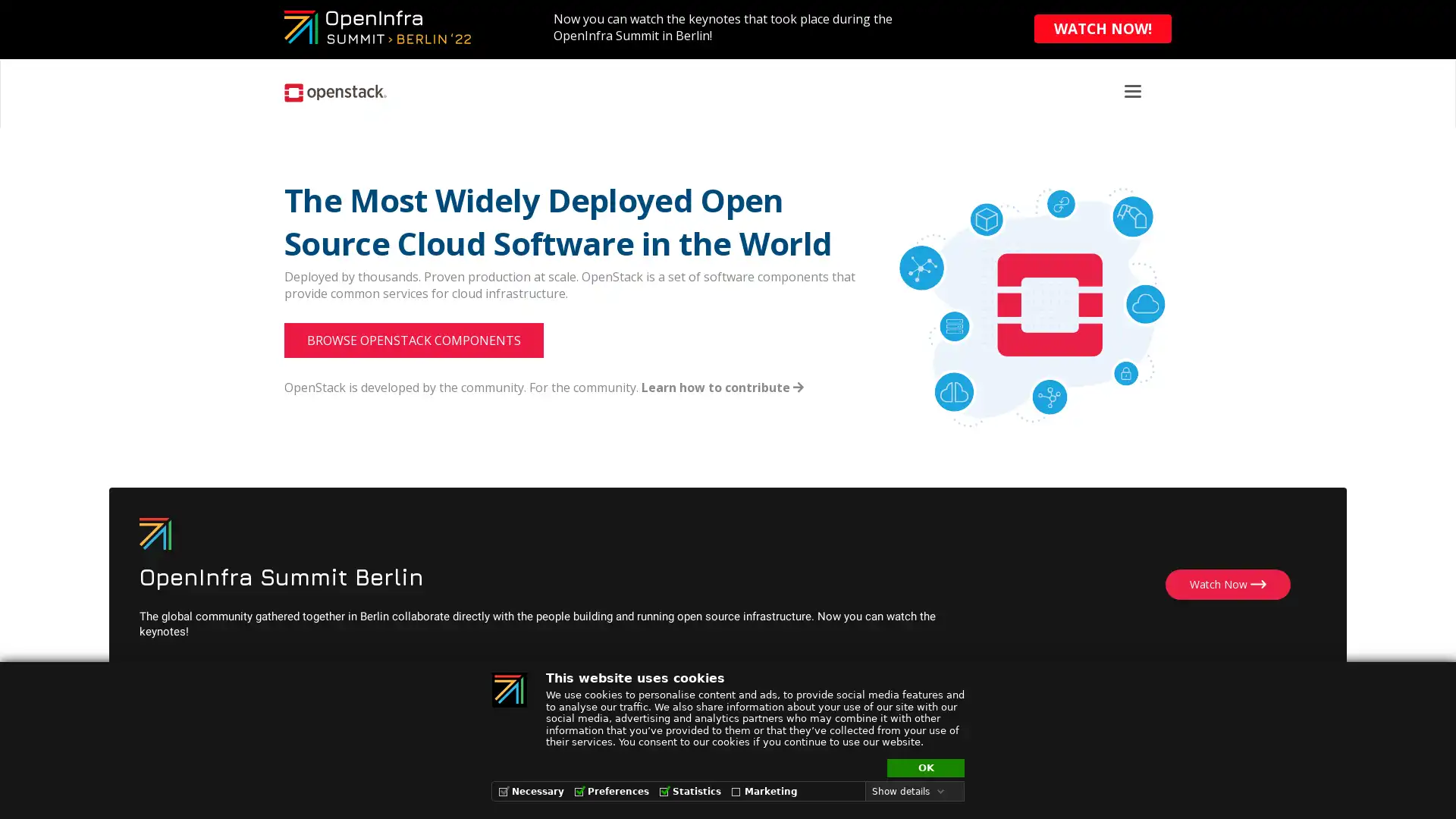 This screenshot has width=1456, height=819. Describe the element at coordinates (1132, 91) in the screenshot. I see `Toggle navigation` at that location.